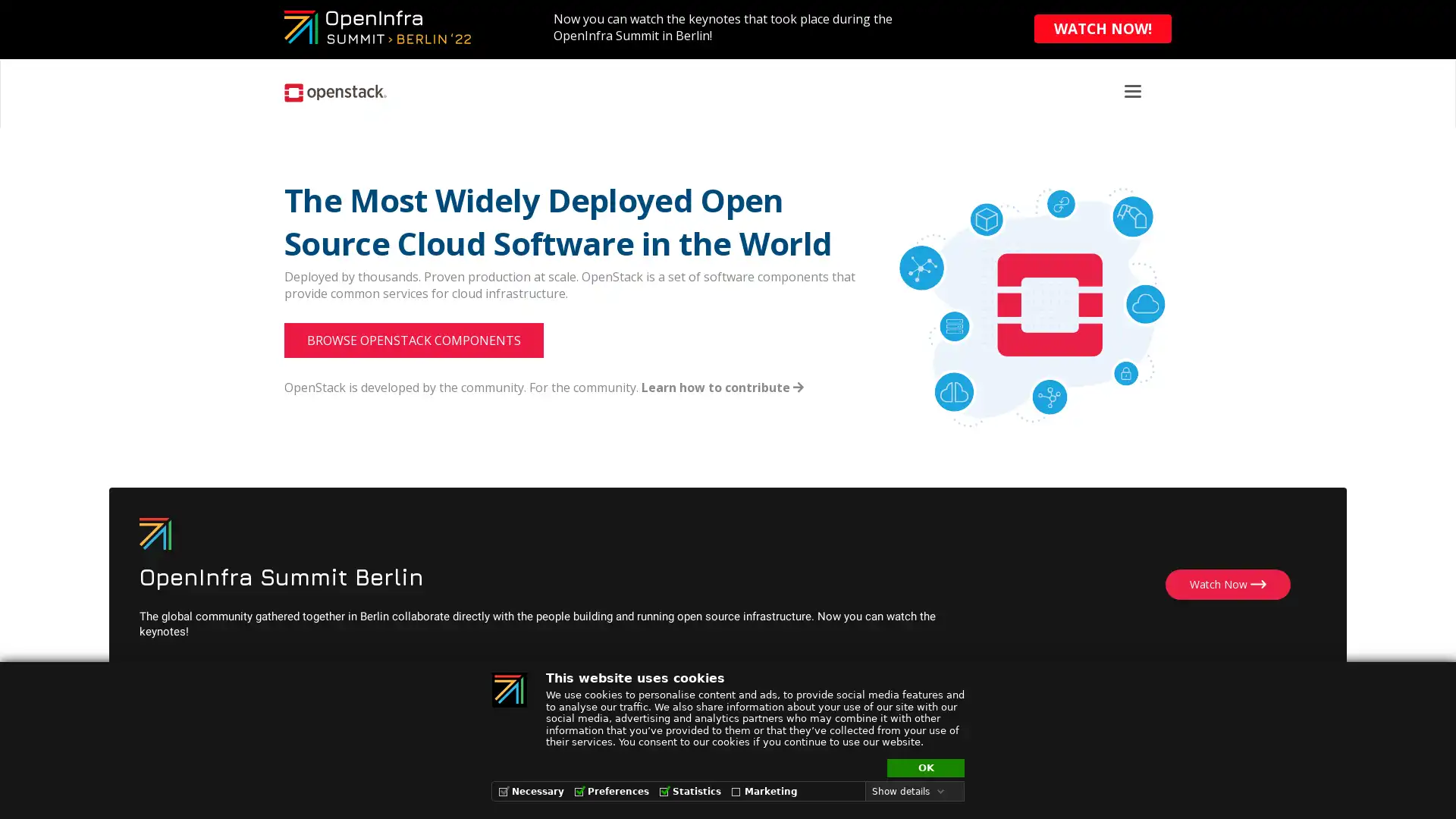 This screenshot has width=1456, height=819. Describe the element at coordinates (1132, 91) in the screenshot. I see `Toggle navigation` at that location.